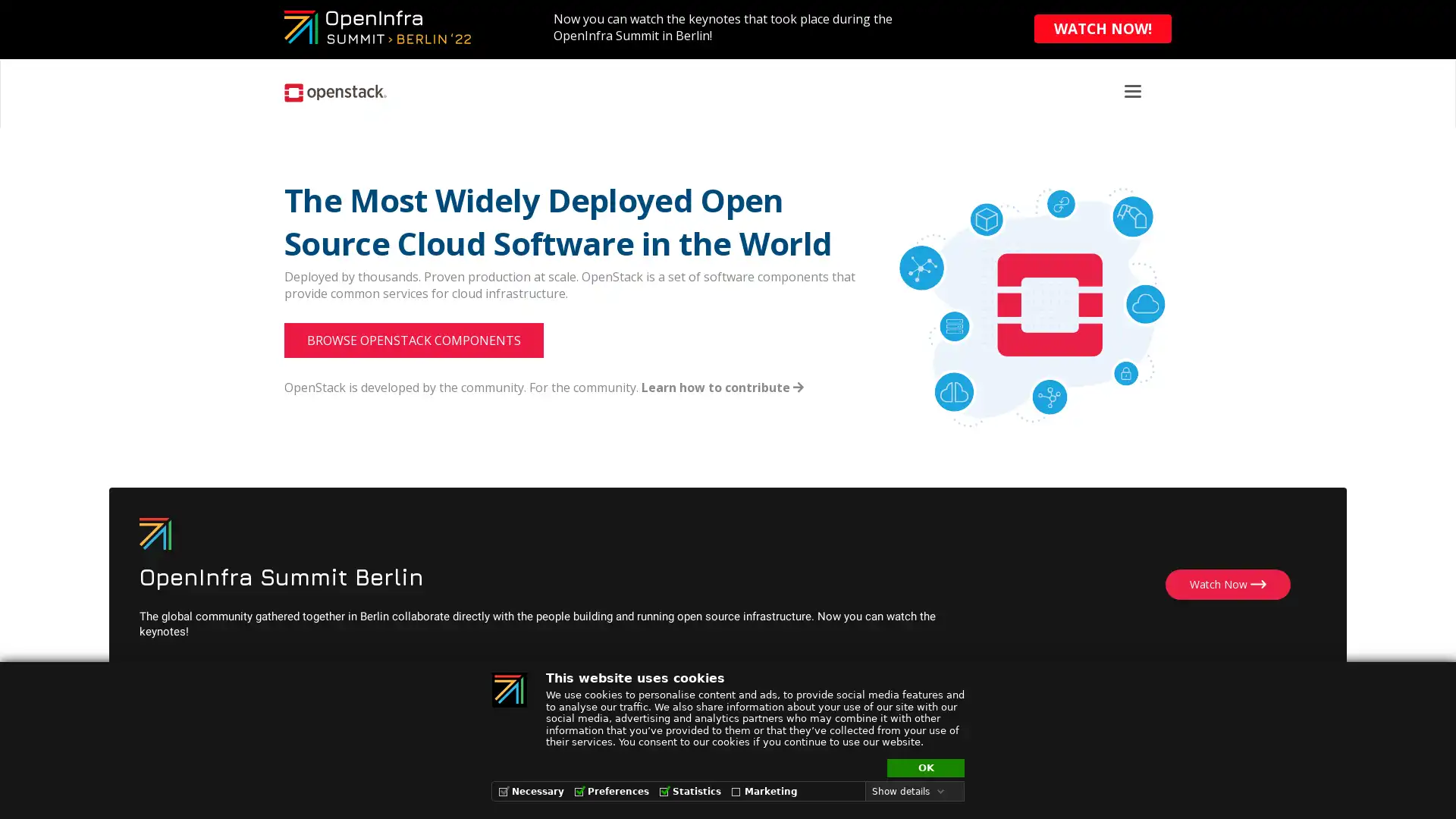 This screenshot has width=1456, height=819. Describe the element at coordinates (1132, 91) in the screenshot. I see `Toggle navigation` at that location.